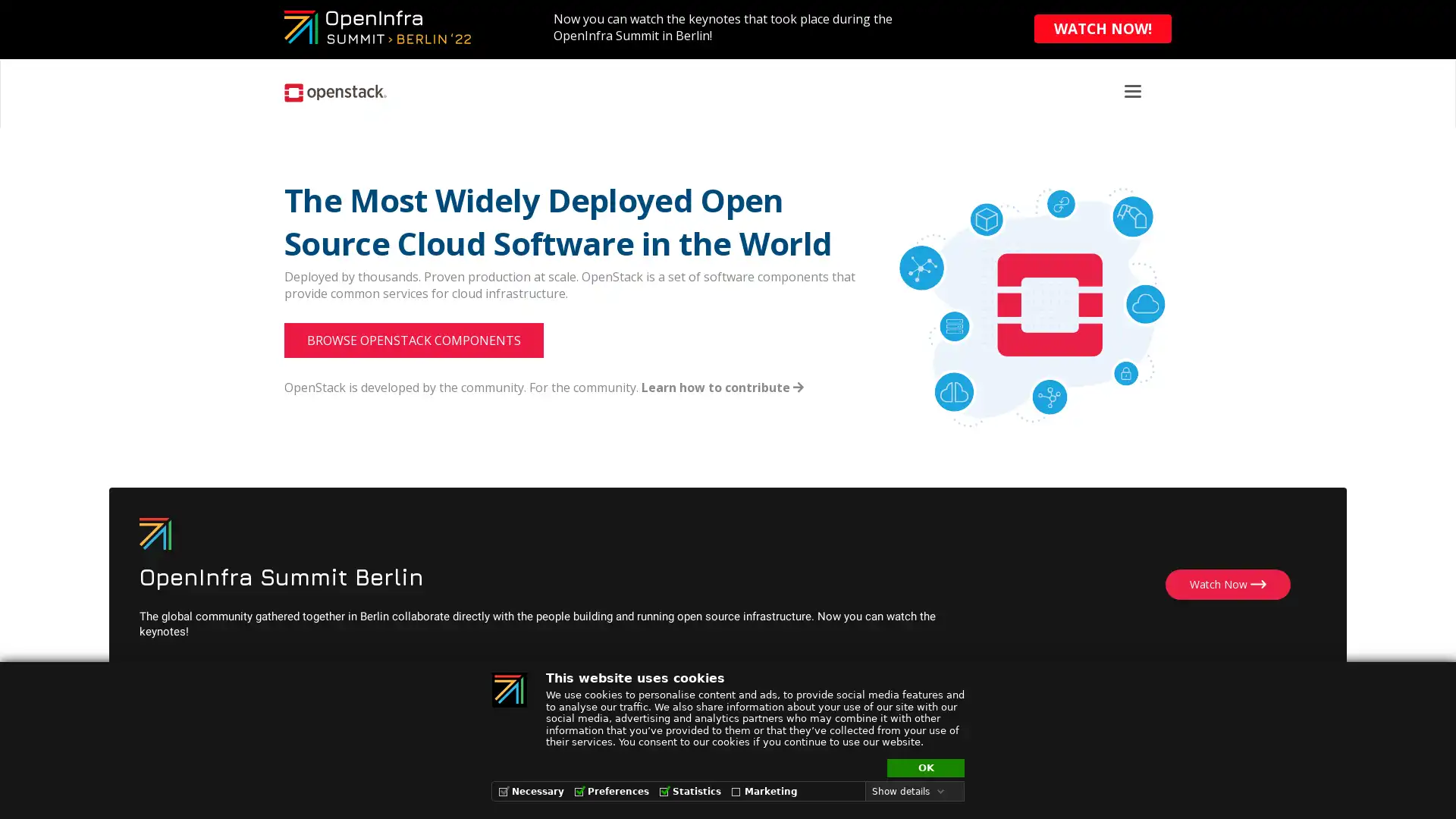 This screenshot has width=1456, height=819. Describe the element at coordinates (1132, 91) in the screenshot. I see `Toggle navigation` at that location.